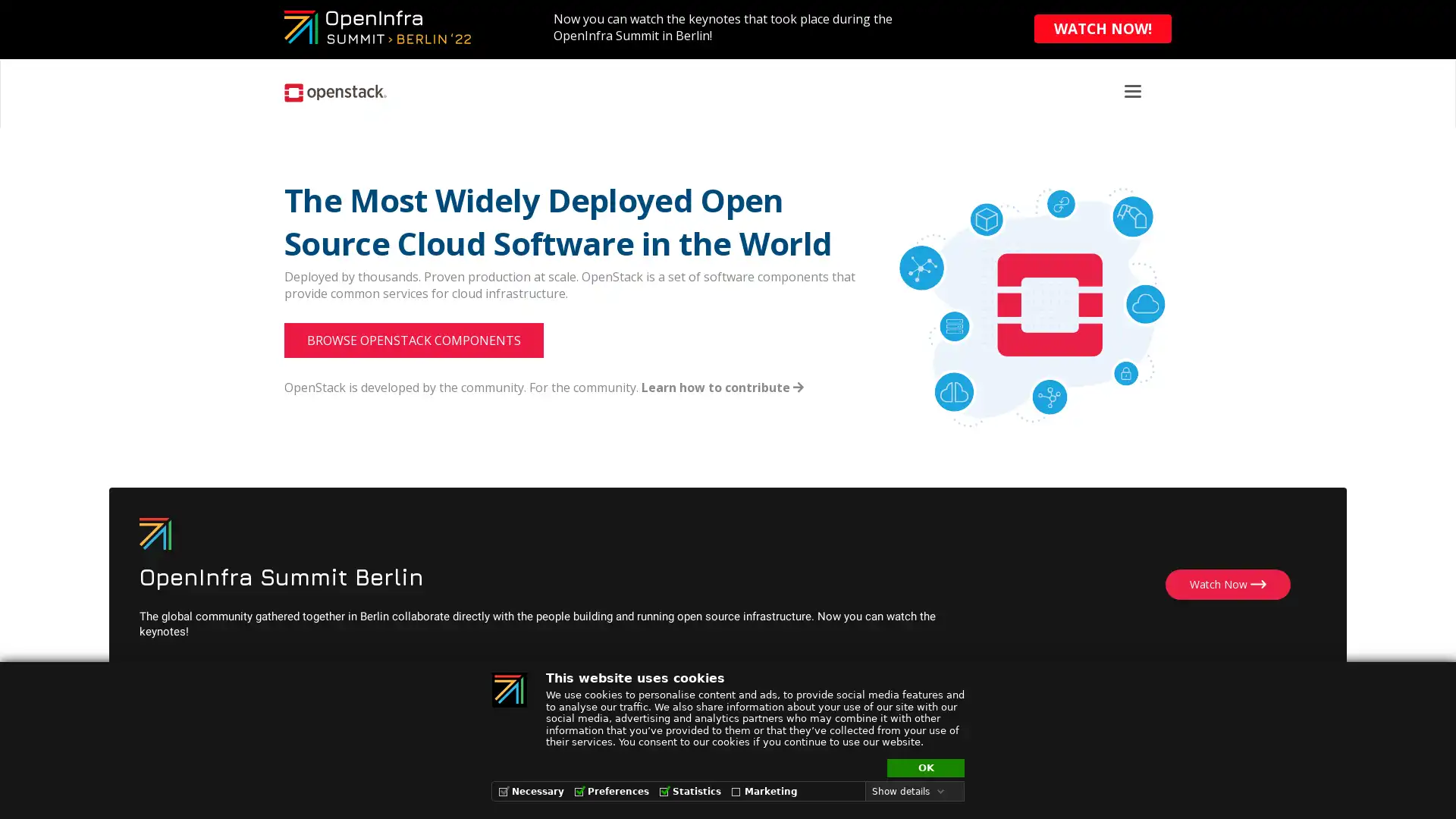 This screenshot has width=1456, height=819. Describe the element at coordinates (1132, 91) in the screenshot. I see `Toggle navigation` at that location.